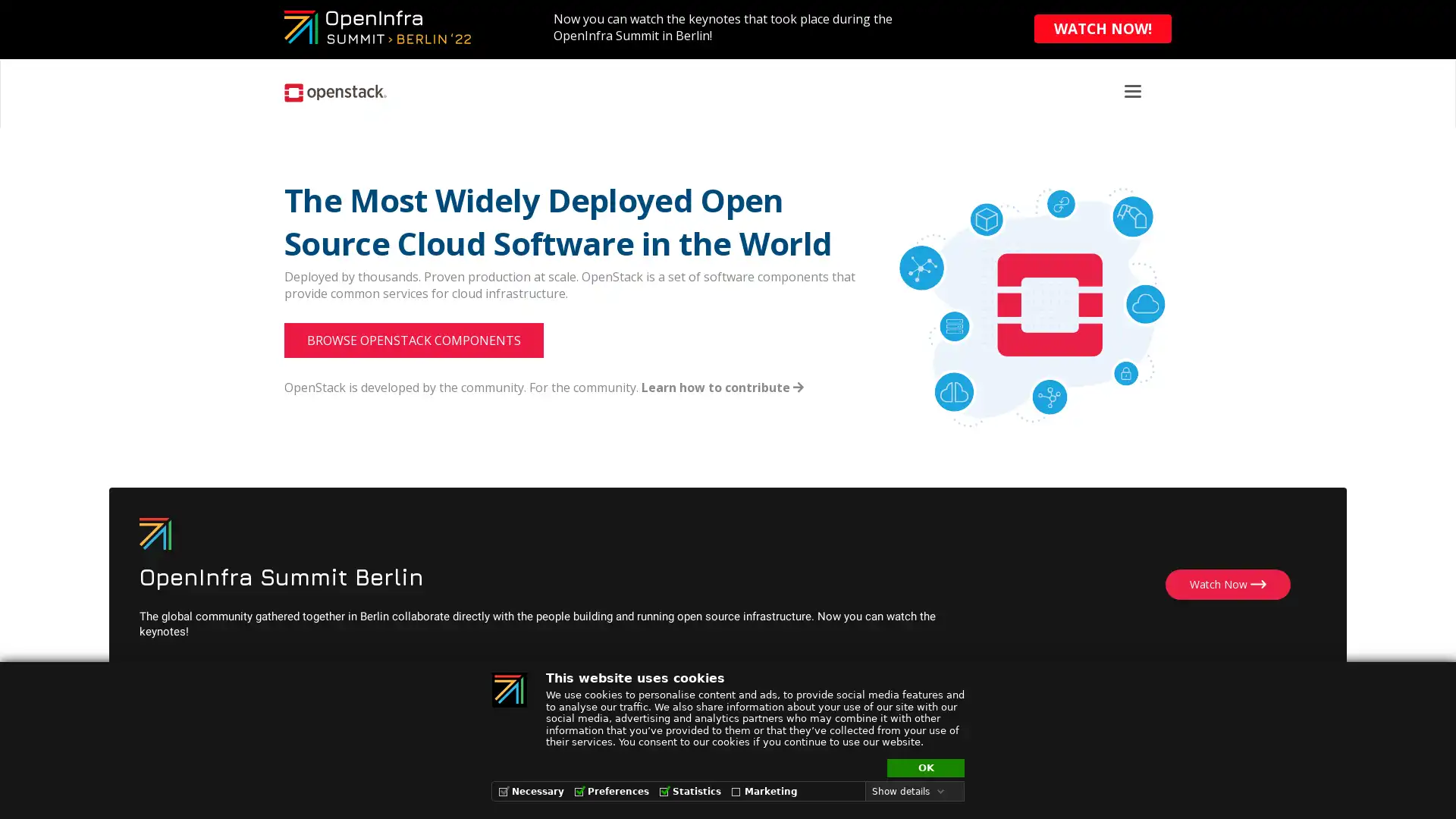 This screenshot has width=1456, height=819. Describe the element at coordinates (1132, 91) in the screenshot. I see `Toggle navigation` at that location.